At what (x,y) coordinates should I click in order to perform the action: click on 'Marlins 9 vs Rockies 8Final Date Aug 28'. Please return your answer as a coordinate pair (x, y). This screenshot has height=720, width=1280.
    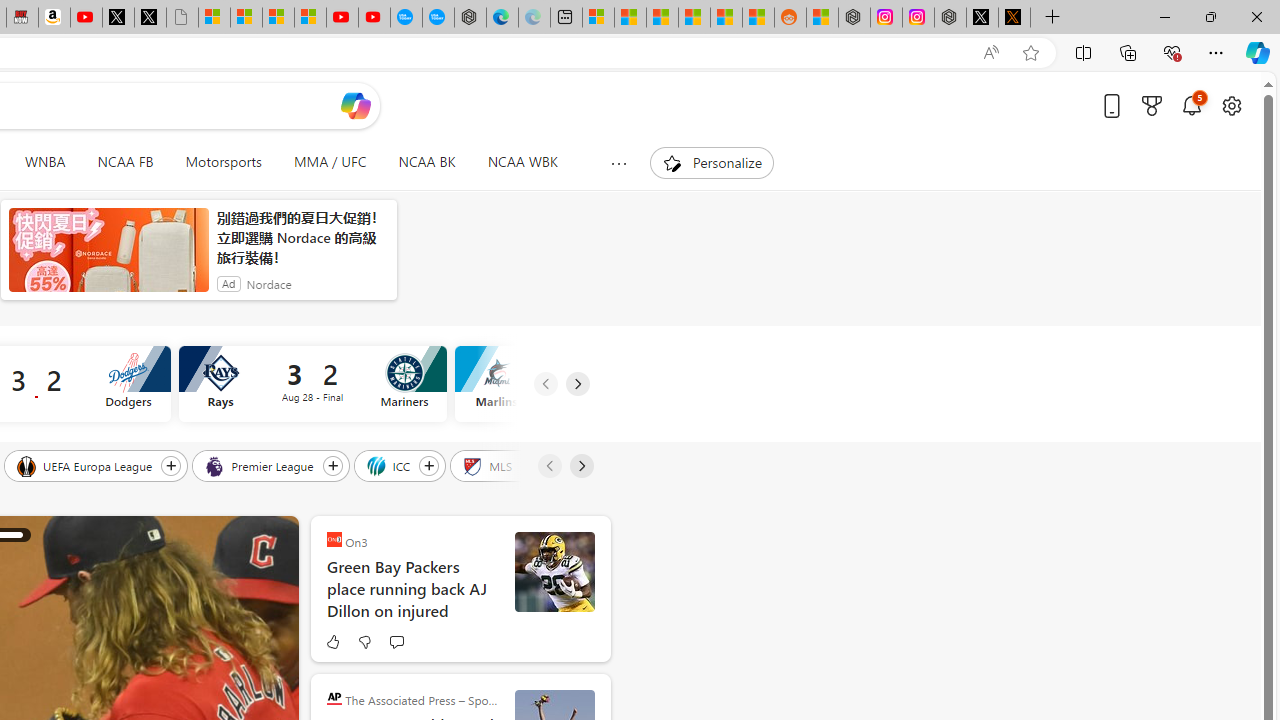
    Looking at the image, I should click on (587, 384).